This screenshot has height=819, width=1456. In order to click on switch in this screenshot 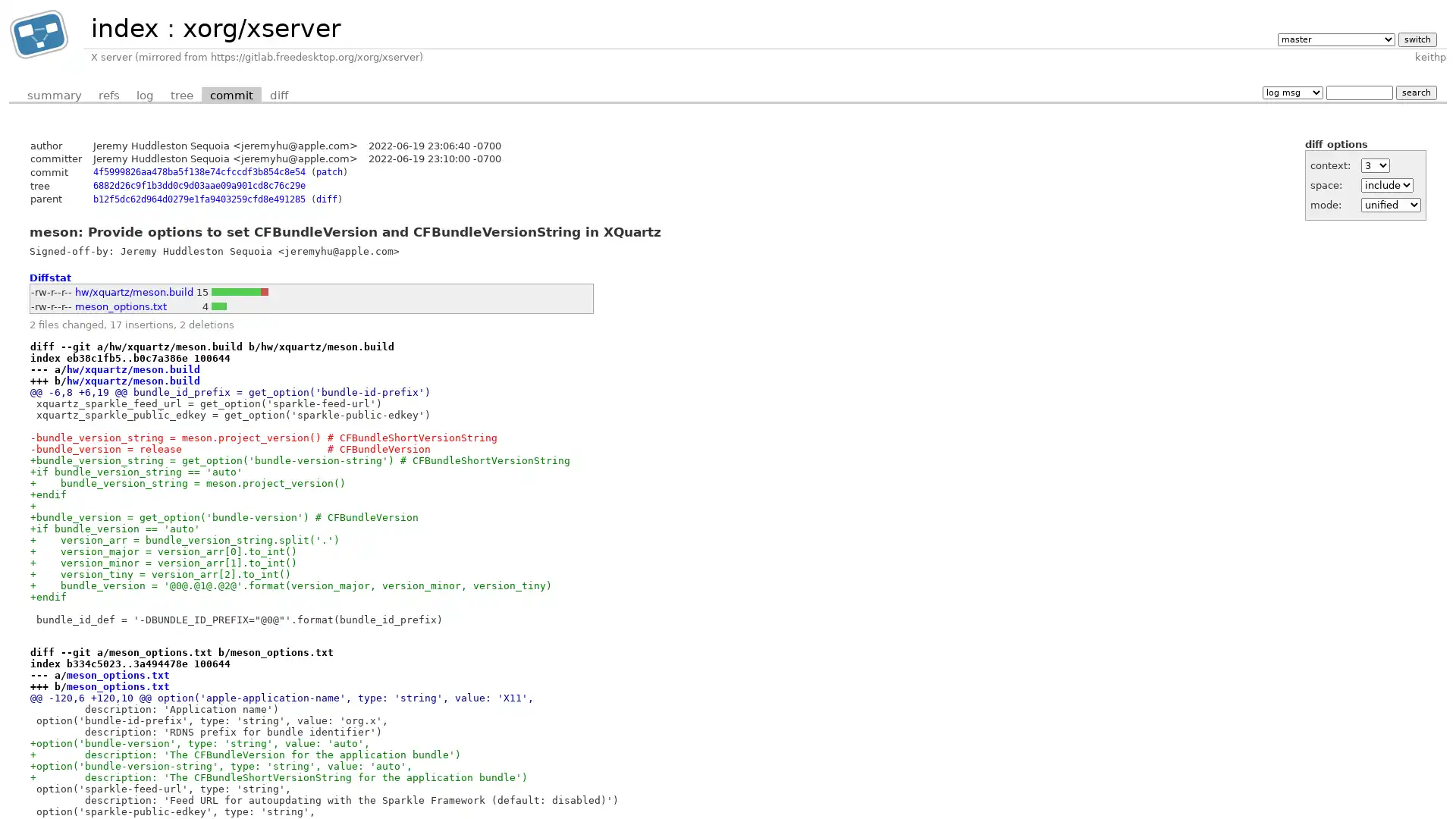, I will do `click(1416, 38)`.